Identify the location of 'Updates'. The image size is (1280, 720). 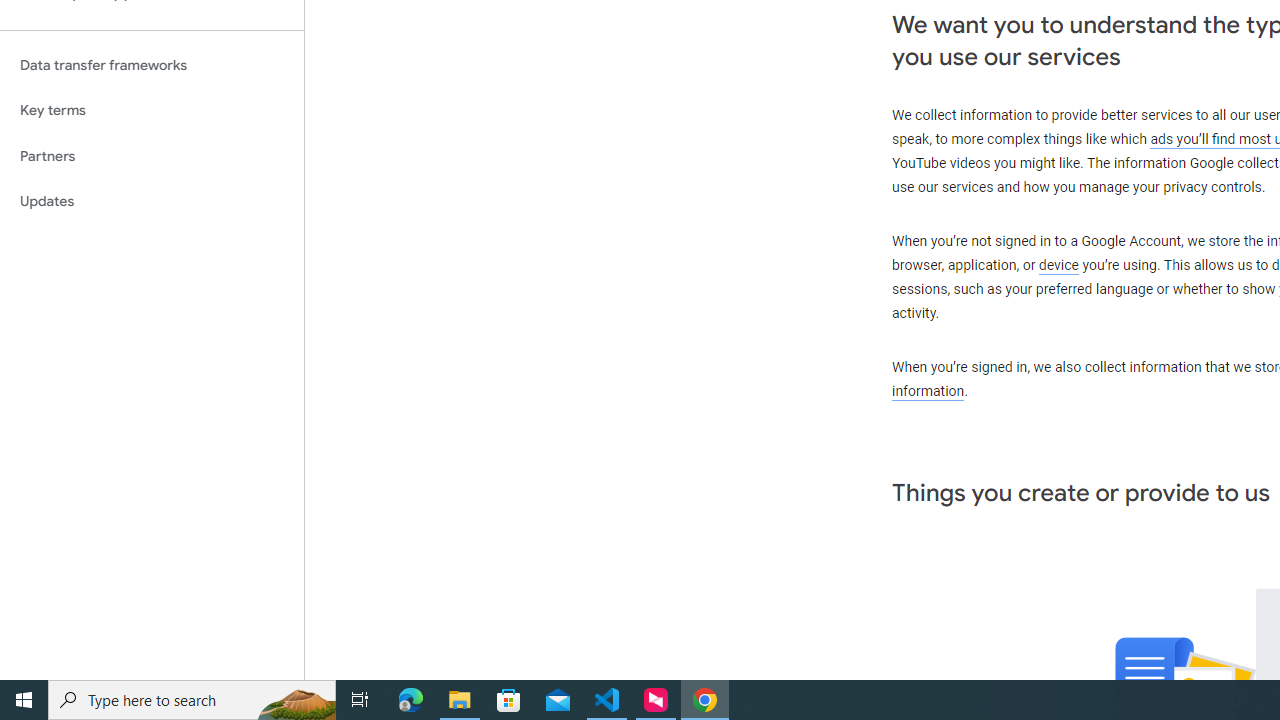
(151, 201).